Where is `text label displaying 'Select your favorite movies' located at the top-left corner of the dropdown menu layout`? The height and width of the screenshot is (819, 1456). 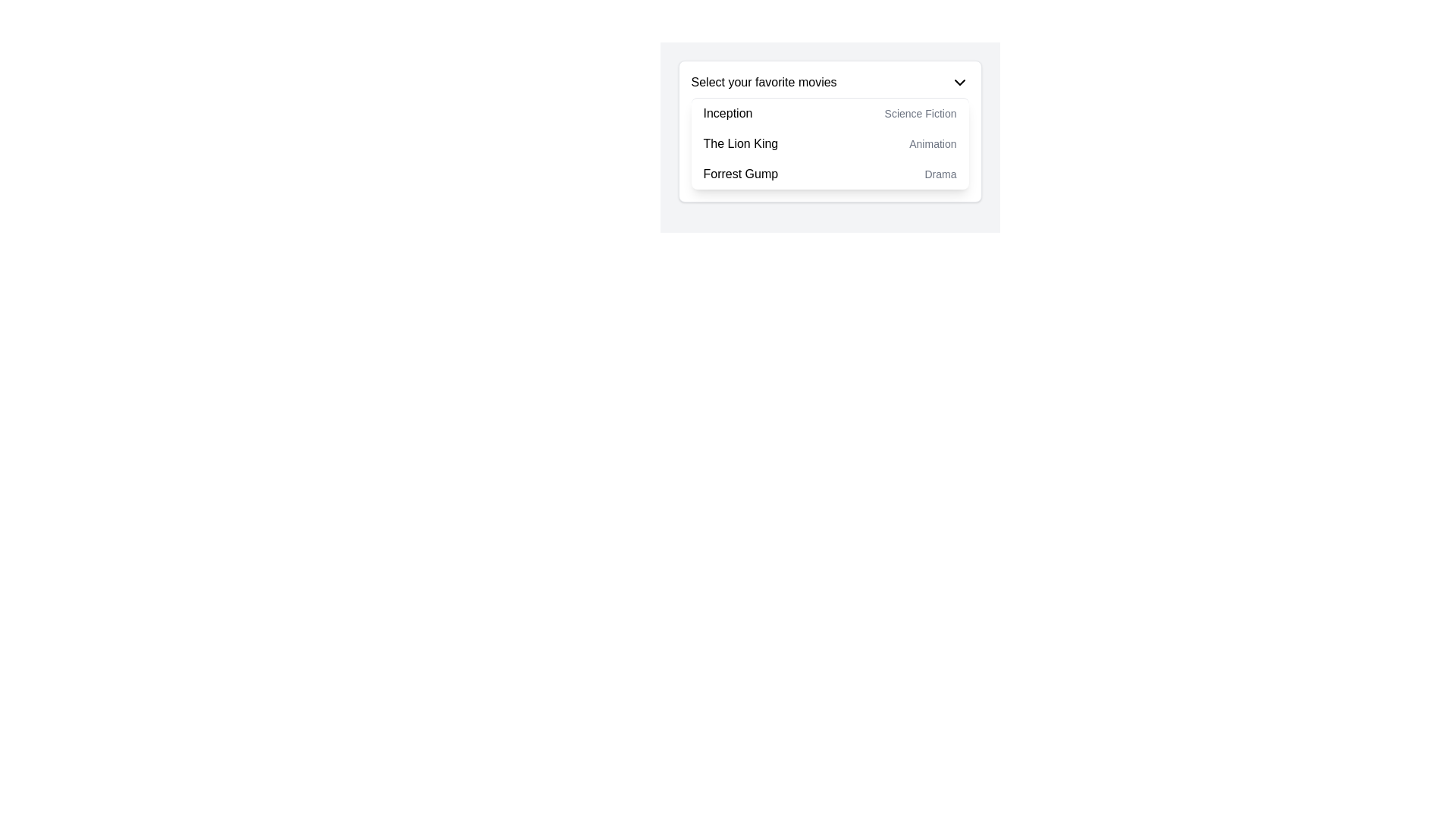 text label displaying 'Select your favorite movies' located at the top-left corner of the dropdown menu layout is located at coordinates (764, 82).